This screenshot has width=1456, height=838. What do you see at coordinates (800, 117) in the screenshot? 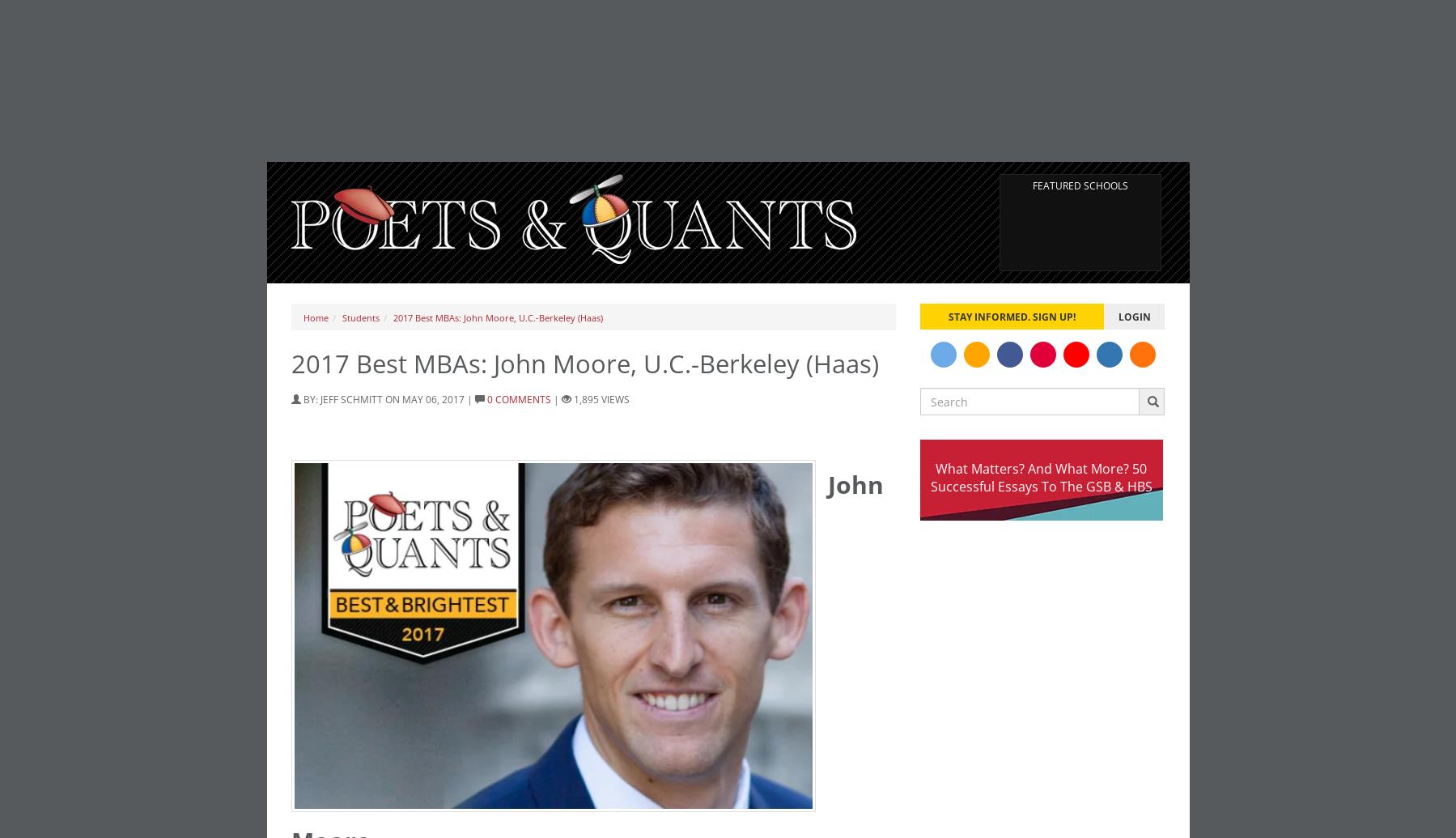
I see `'GMAT 760, GPA 4.0'` at bounding box center [800, 117].